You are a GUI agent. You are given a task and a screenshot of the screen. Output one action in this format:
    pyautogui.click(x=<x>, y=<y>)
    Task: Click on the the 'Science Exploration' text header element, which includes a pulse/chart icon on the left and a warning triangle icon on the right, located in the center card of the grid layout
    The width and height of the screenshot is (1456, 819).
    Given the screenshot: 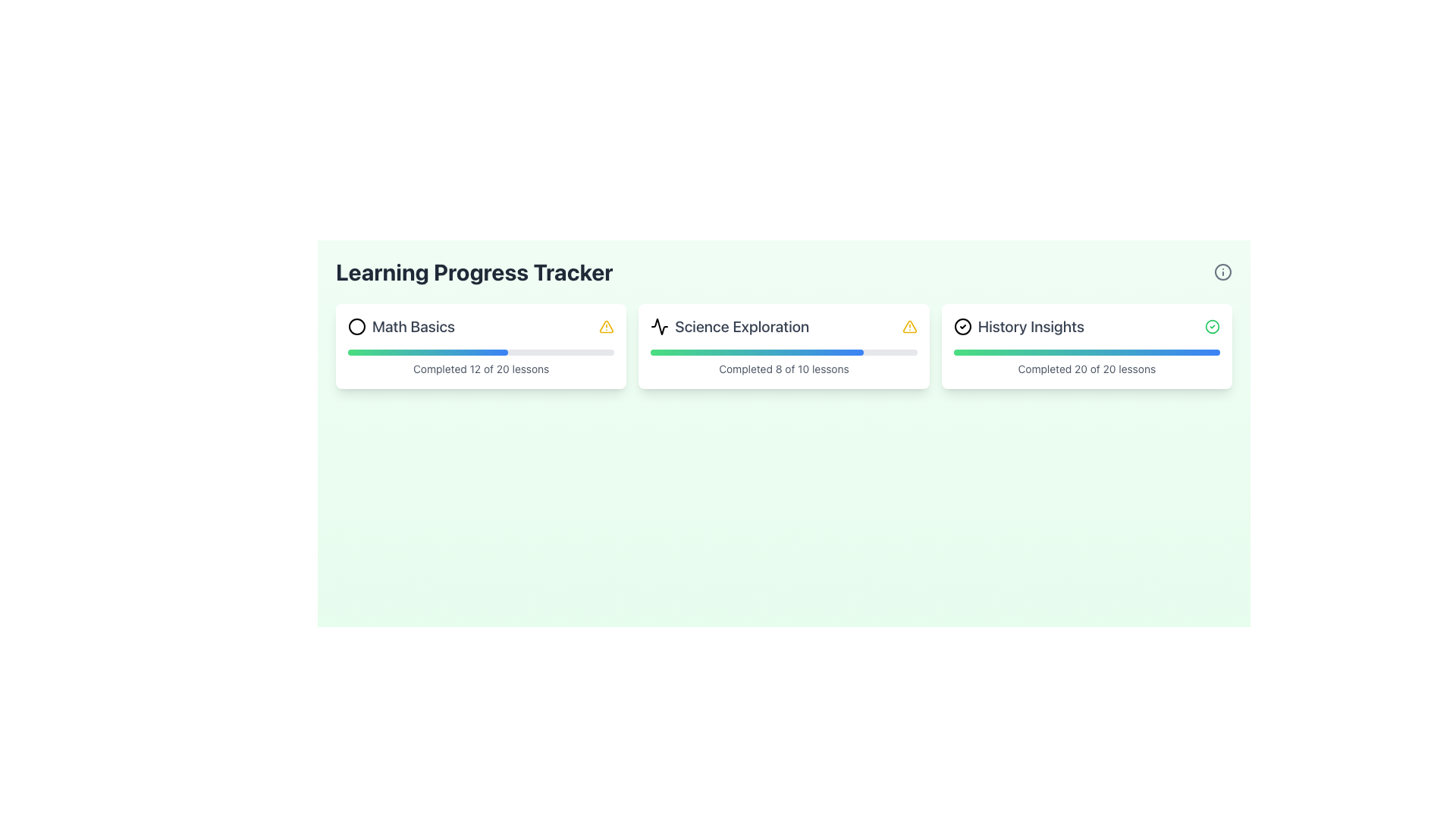 What is the action you would take?
    pyautogui.click(x=783, y=326)
    